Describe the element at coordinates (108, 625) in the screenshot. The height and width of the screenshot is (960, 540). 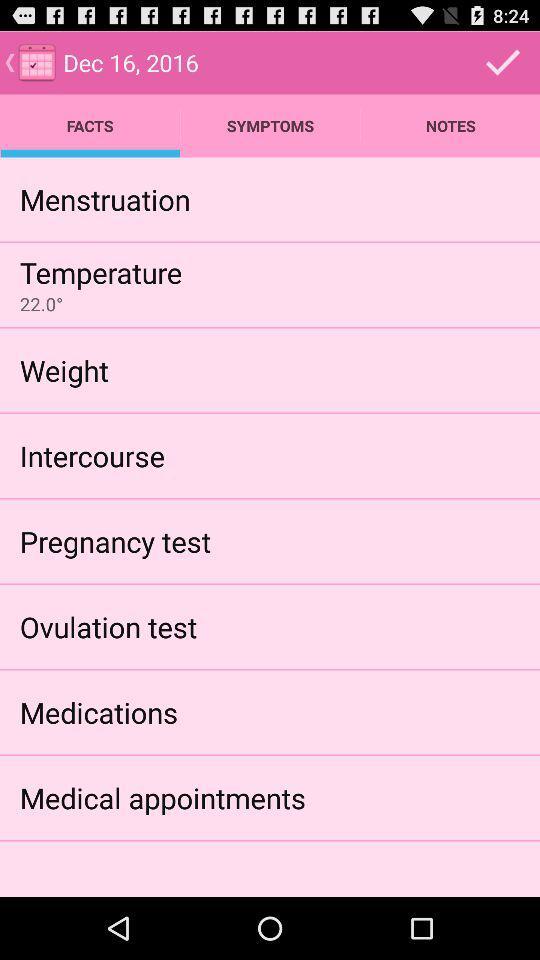
I see `the ovulation test icon` at that location.